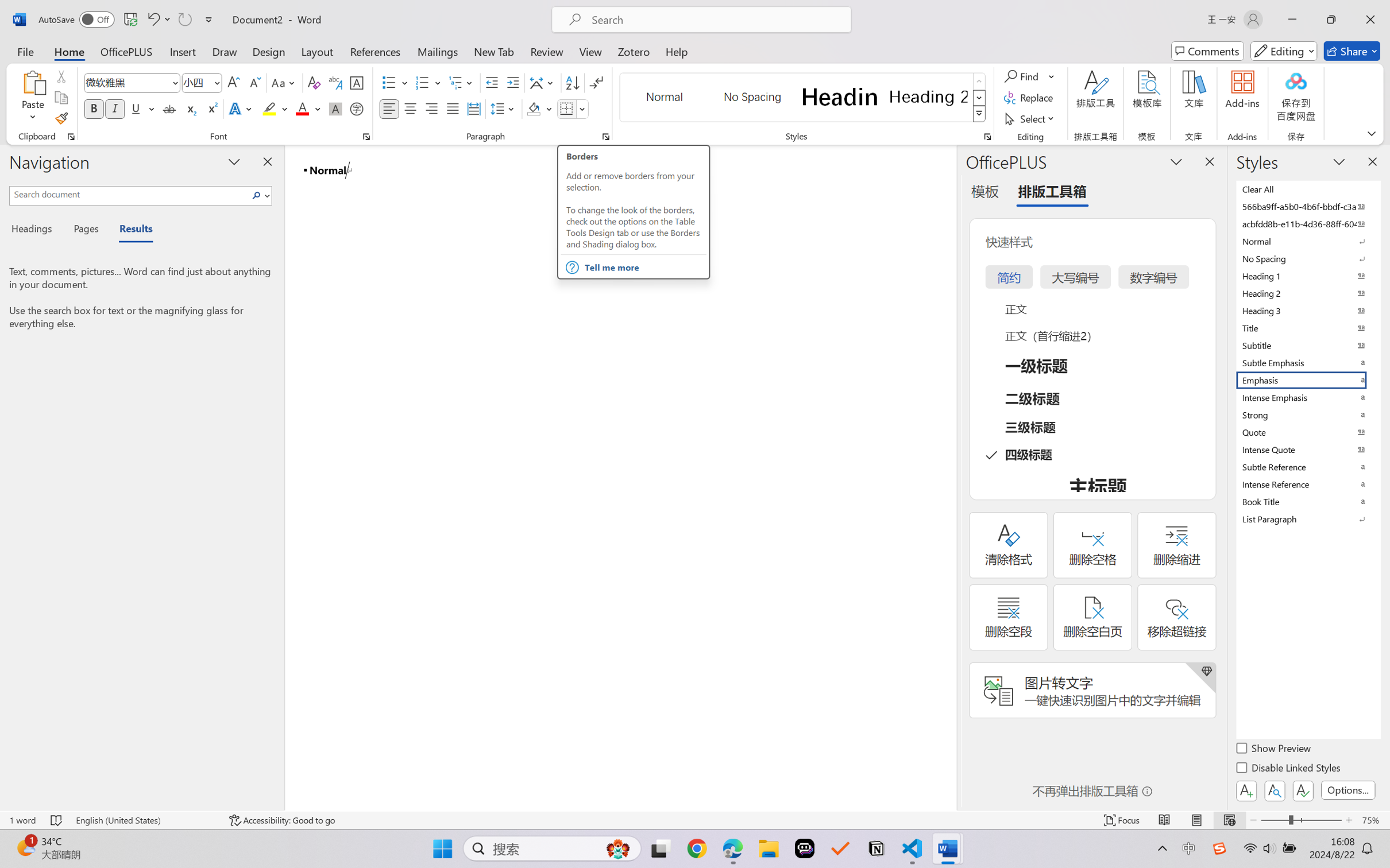 This screenshot has width=1390, height=868. Describe the element at coordinates (132, 83) in the screenshot. I see `'Font'` at that location.